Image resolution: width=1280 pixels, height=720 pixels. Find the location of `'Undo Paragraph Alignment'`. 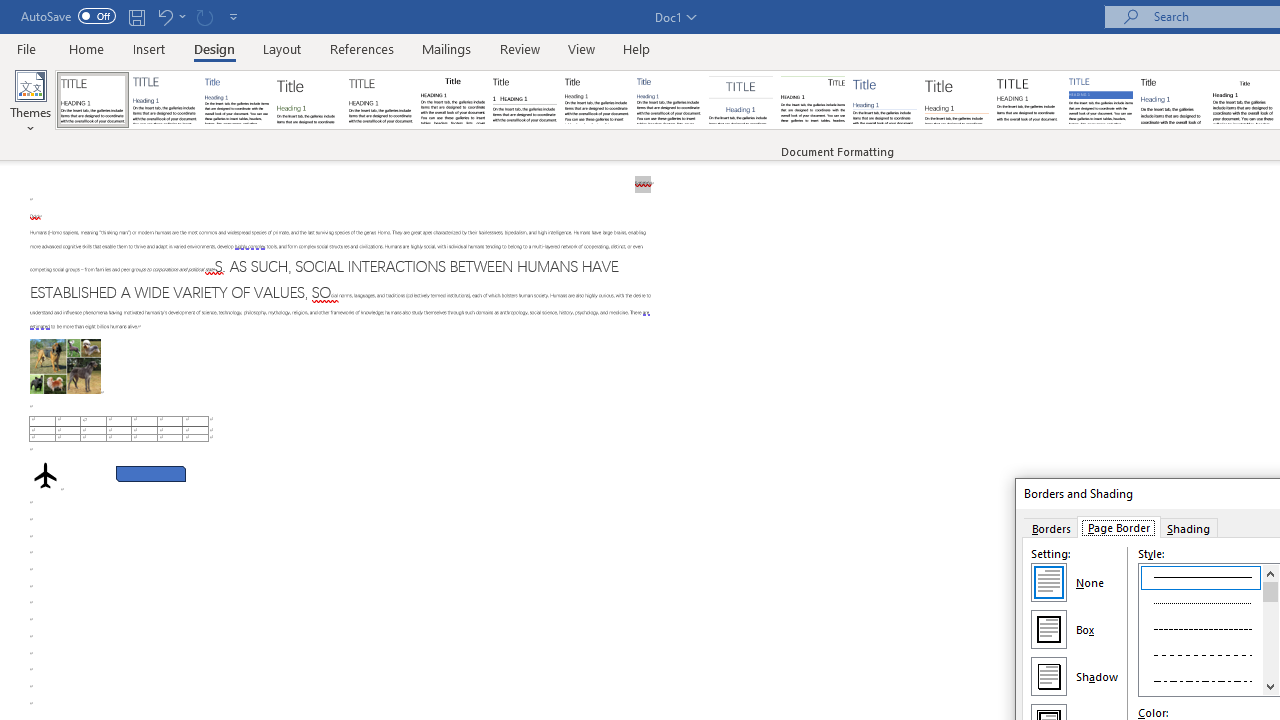

'Undo Paragraph Alignment' is located at coordinates (170, 16).